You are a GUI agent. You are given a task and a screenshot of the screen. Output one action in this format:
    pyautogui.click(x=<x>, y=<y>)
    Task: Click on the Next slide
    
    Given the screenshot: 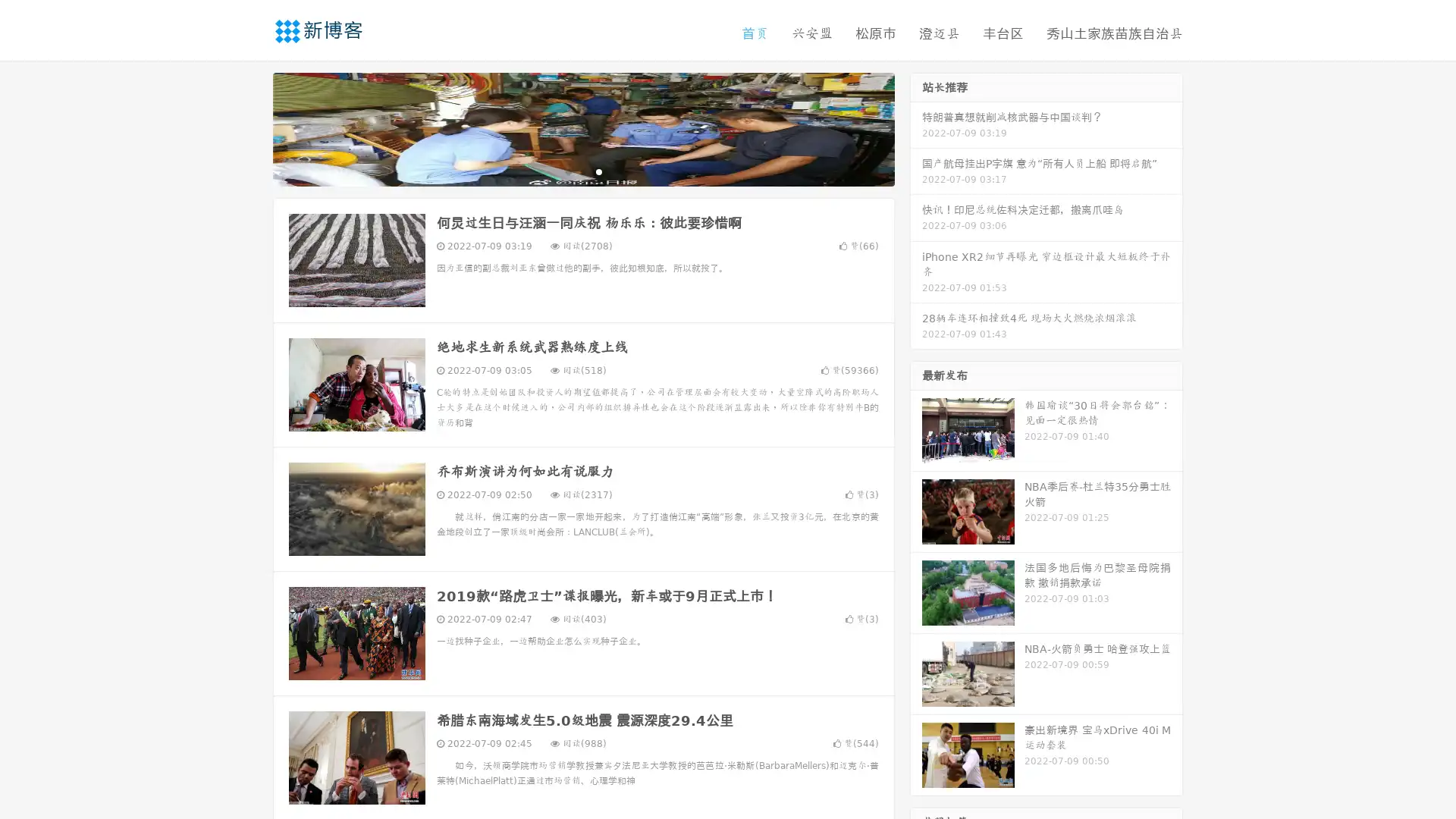 What is the action you would take?
    pyautogui.click(x=916, y=127)
    